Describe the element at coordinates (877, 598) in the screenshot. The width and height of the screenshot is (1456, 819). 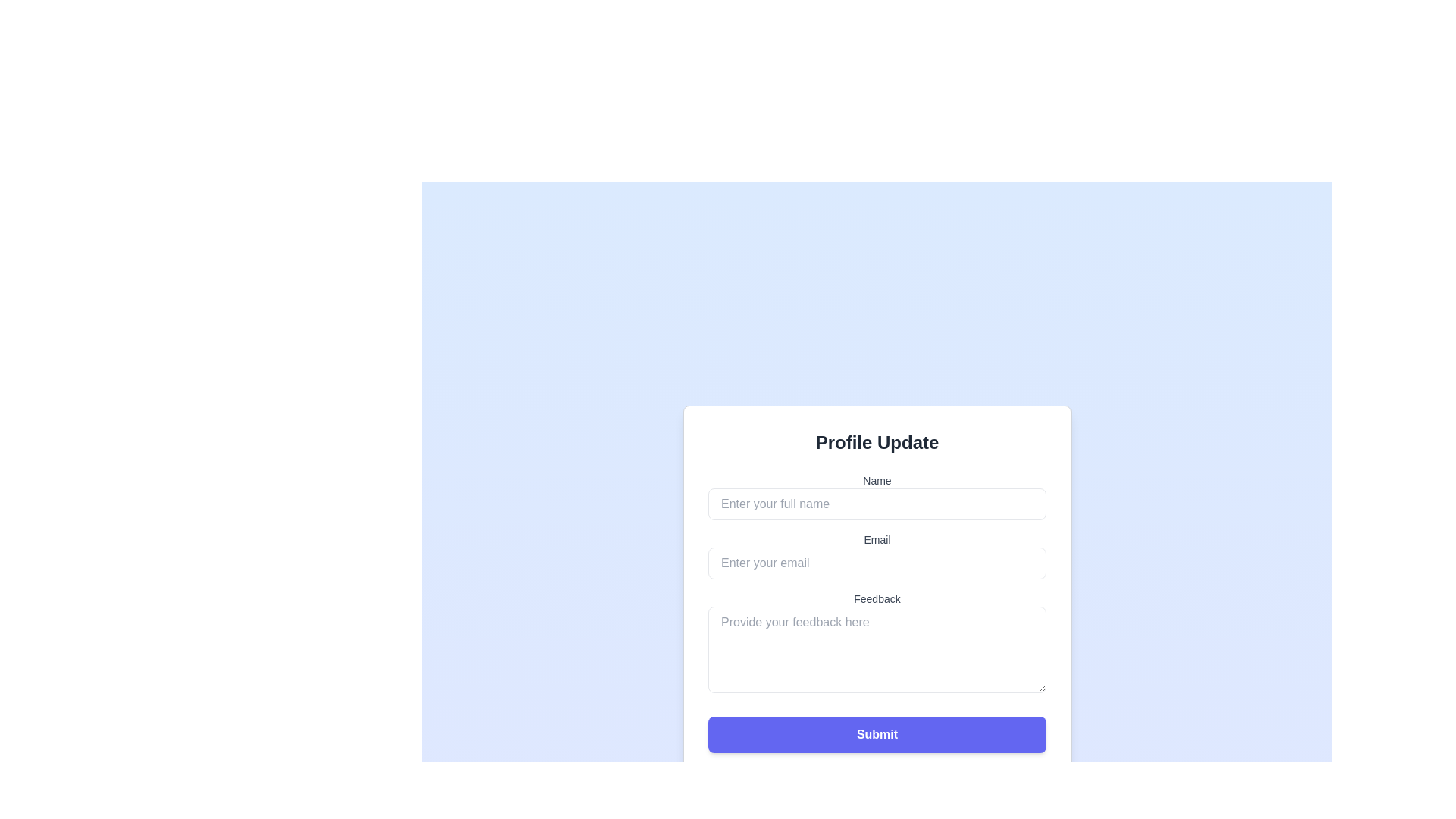
I see `the 'Feedback' text label, which is styled in gray and positioned above the feedback text input area within a white card on a light blue background` at that location.